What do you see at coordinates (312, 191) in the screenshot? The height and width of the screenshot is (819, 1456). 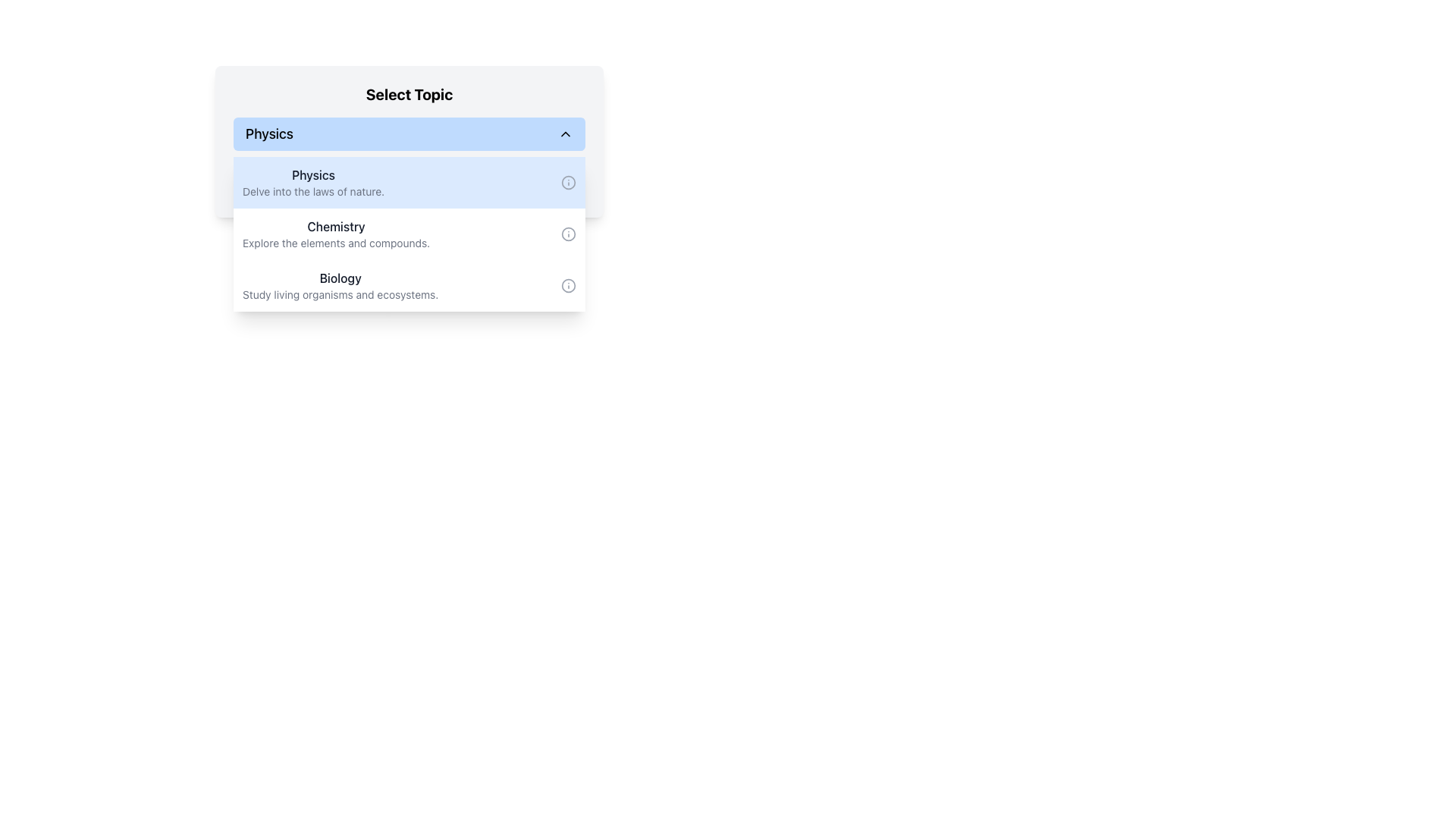 I see `descriptive subtitle text display located directly beneath the 'Physics' heading in the dropdown menu` at bounding box center [312, 191].